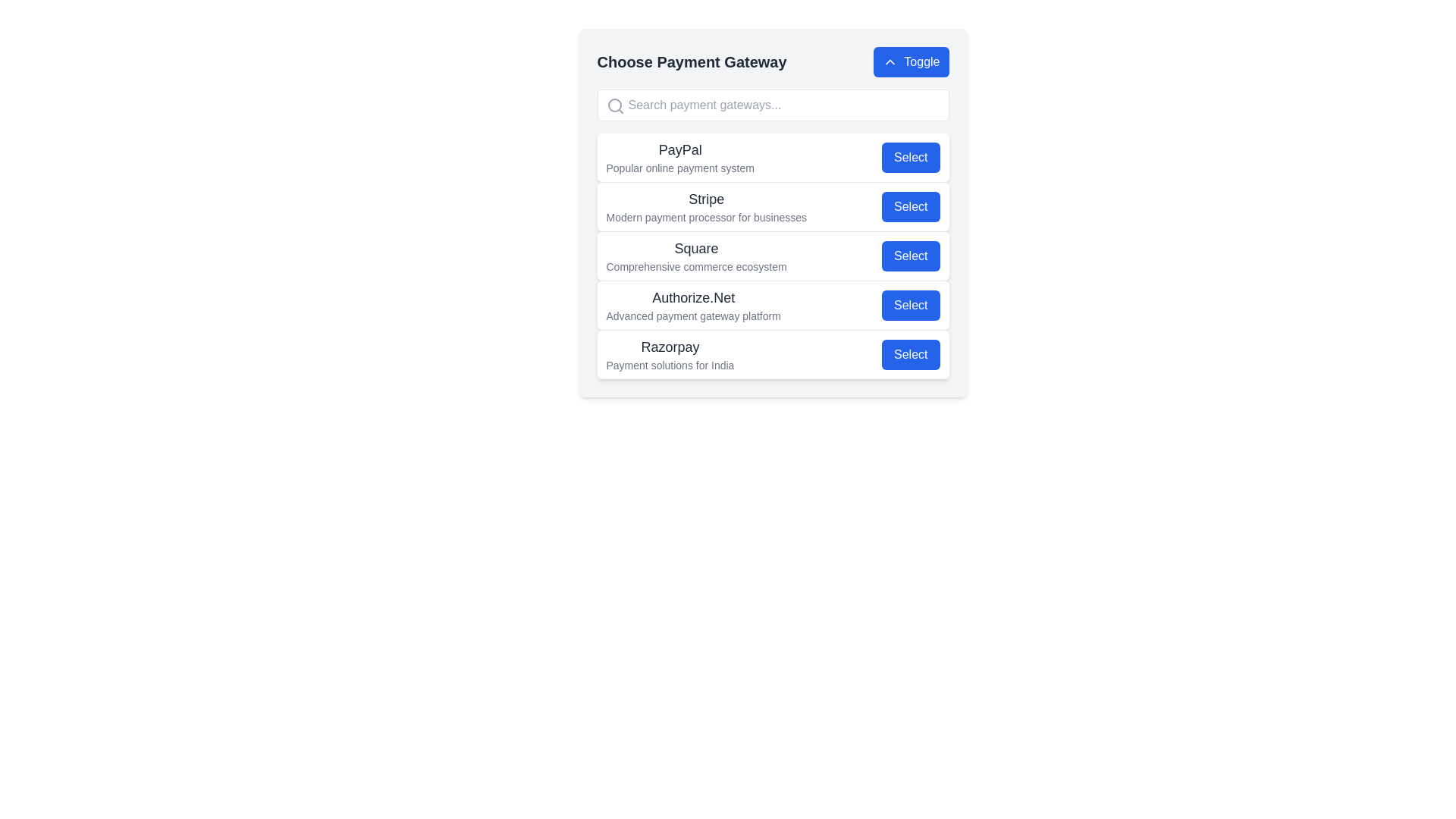 Image resolution: width=1456 pixels, height=819 pixels. What do you see at coordinates (910, 158) in the screenshot?
I see `the 'Select' button to confirm the PayPal payment gateway option, which is the rightmost element in the group containing the title 'PayPal' and its subtitle` at bounding box center [910, 158].